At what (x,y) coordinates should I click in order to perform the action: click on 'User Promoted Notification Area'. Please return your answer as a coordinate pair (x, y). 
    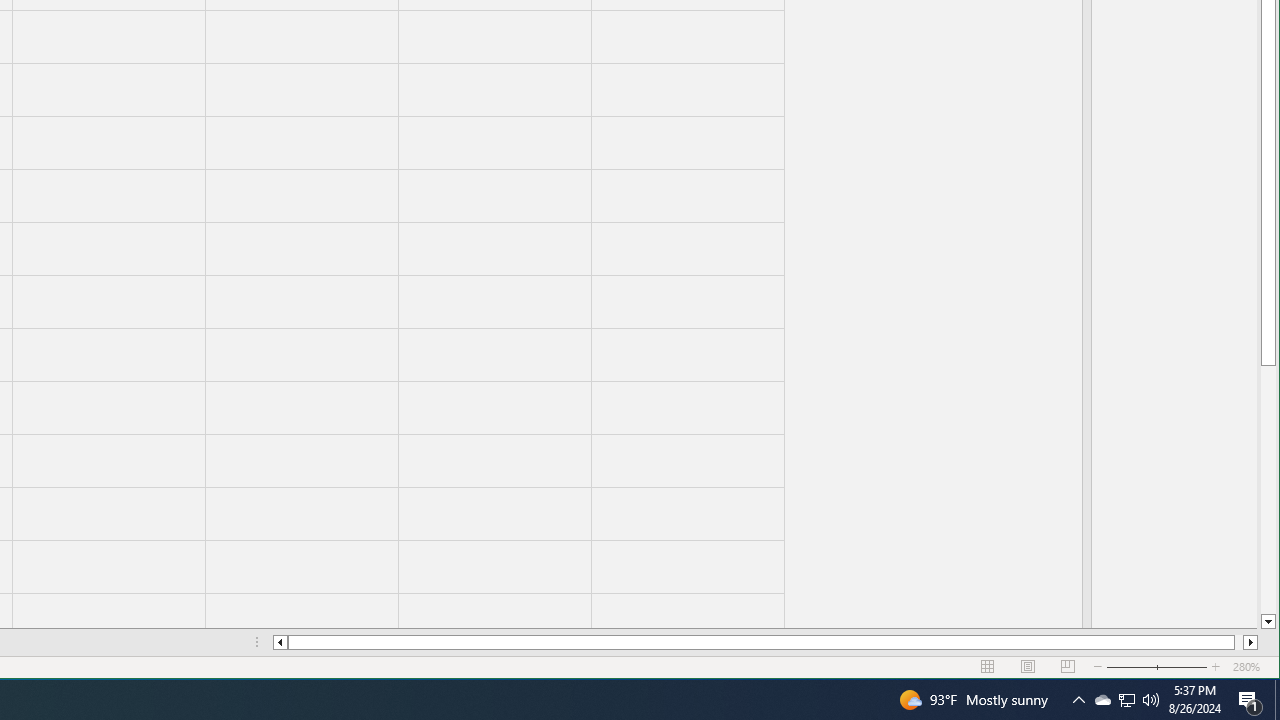
    Looking at the image, I should click on (1078, 698).